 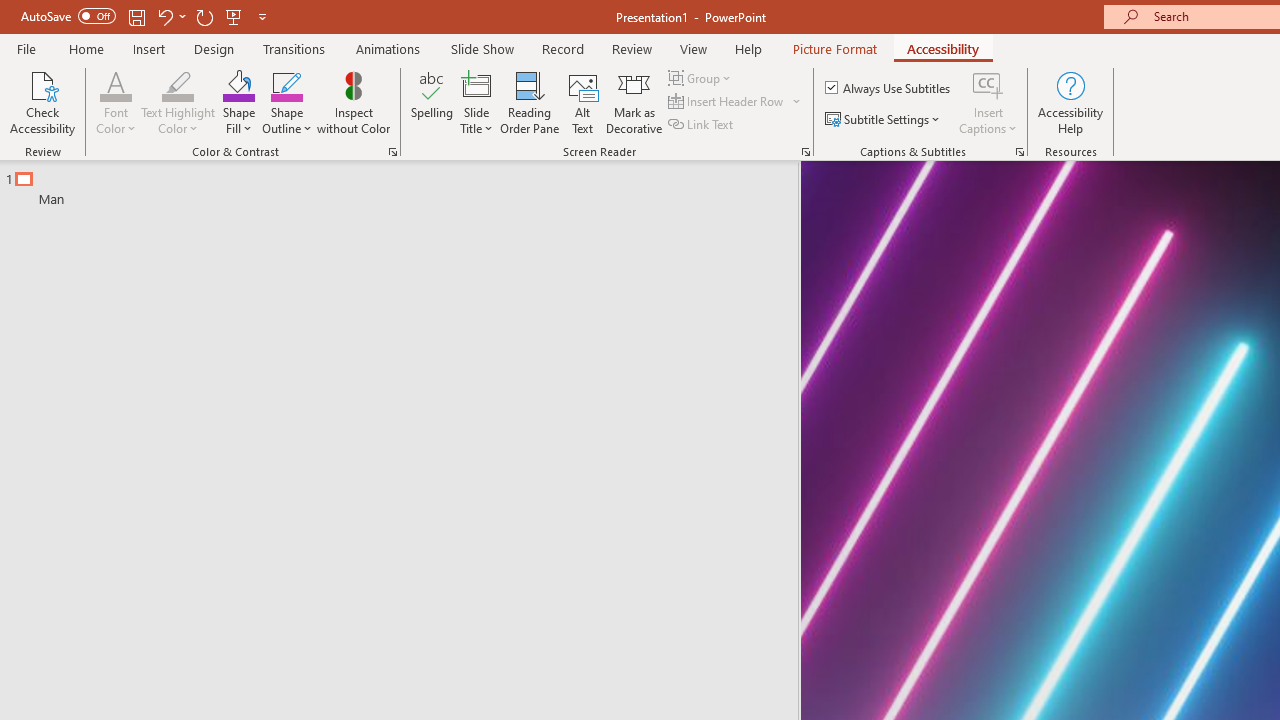 I want to click on 'Home', so click(x=85, y=48).